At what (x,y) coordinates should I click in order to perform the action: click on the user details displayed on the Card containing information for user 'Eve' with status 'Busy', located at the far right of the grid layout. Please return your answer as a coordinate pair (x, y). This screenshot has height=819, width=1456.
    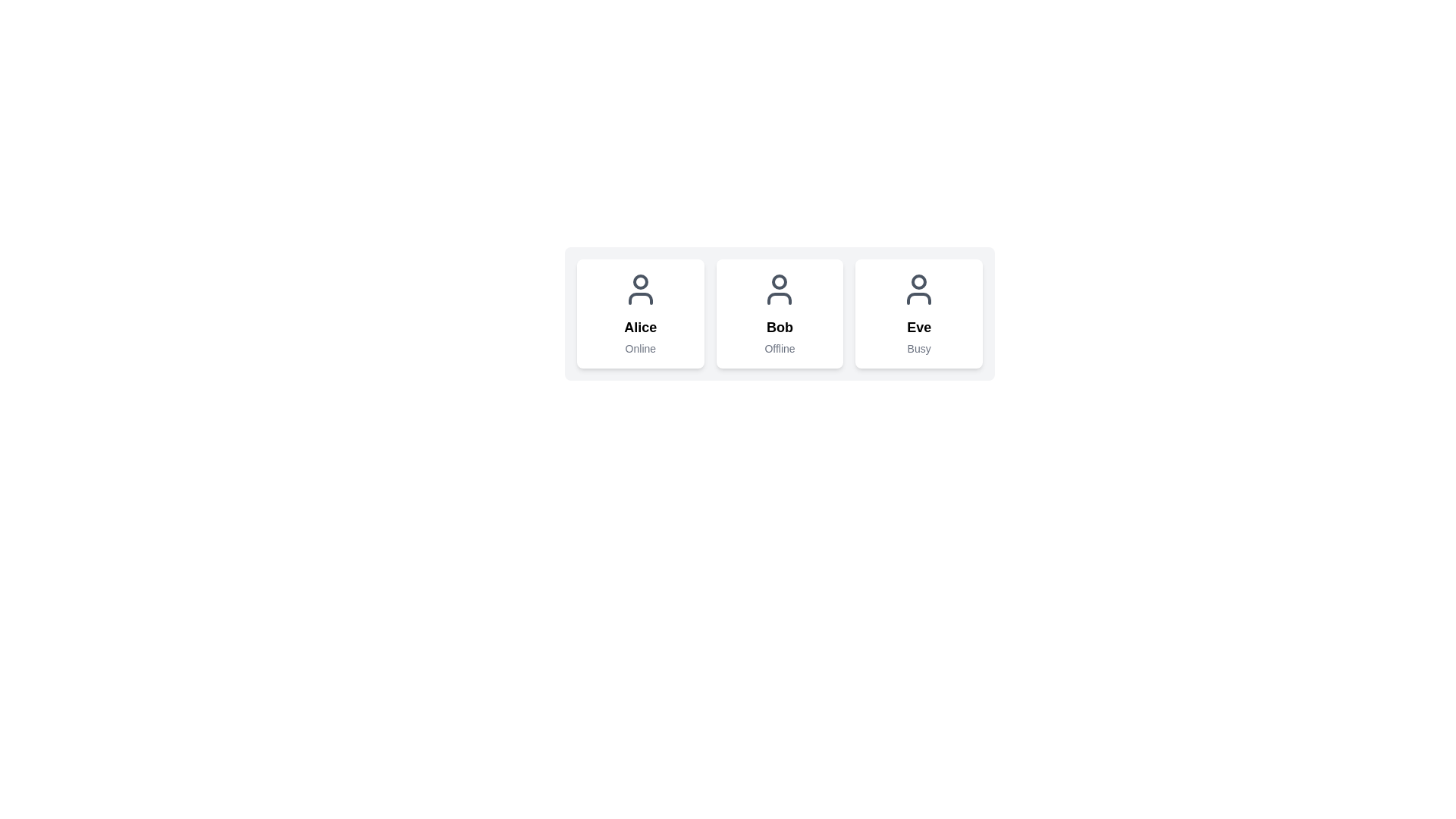
    Looking at the image, I should click on (918, 312).